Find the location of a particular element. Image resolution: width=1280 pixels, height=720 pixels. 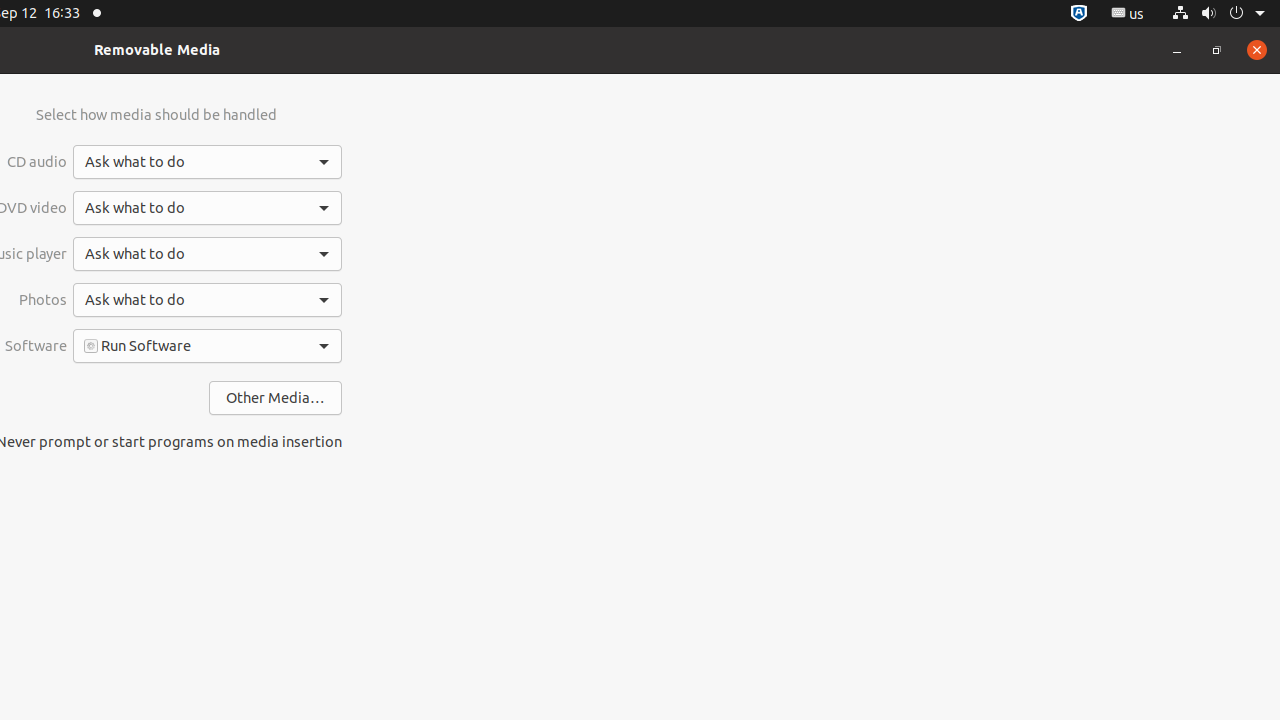

'cc-item-ask' is located at coordinates (207, 161).